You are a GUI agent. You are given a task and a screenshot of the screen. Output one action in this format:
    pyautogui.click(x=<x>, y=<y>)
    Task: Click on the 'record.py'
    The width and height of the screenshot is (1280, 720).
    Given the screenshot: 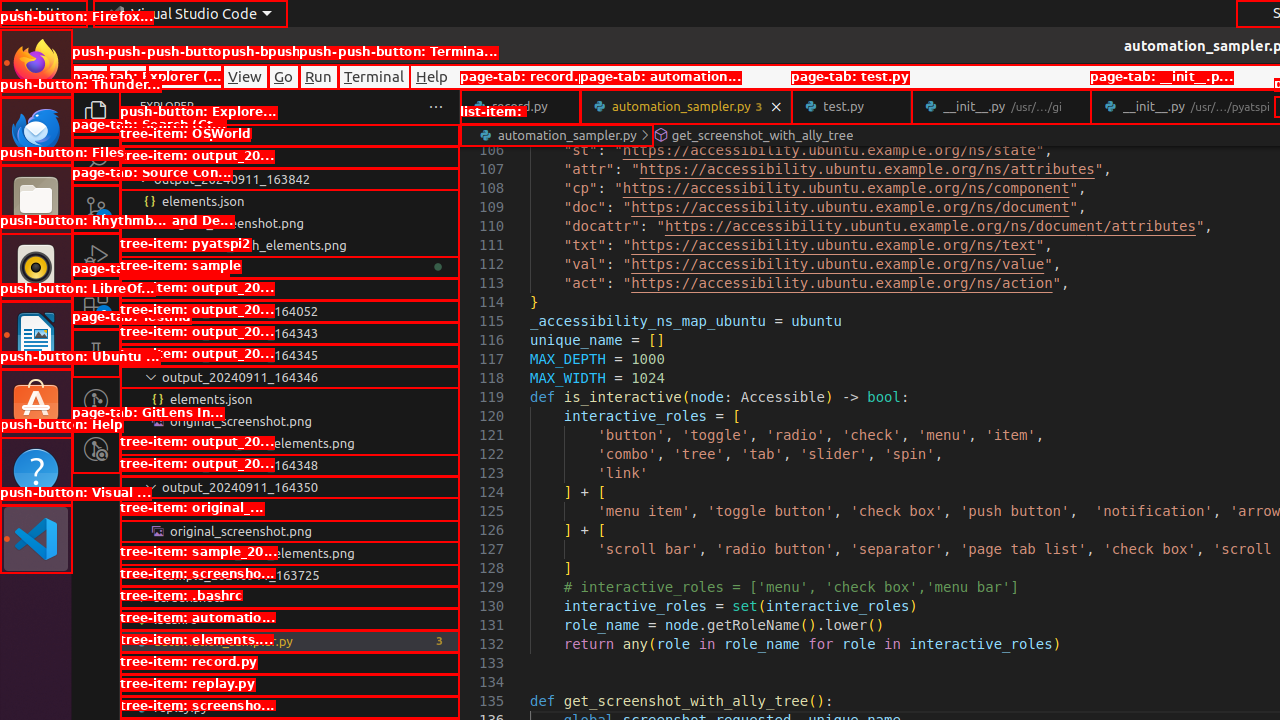 What is the action you would take?
    pyautogui.click(x=288, y=684)
    